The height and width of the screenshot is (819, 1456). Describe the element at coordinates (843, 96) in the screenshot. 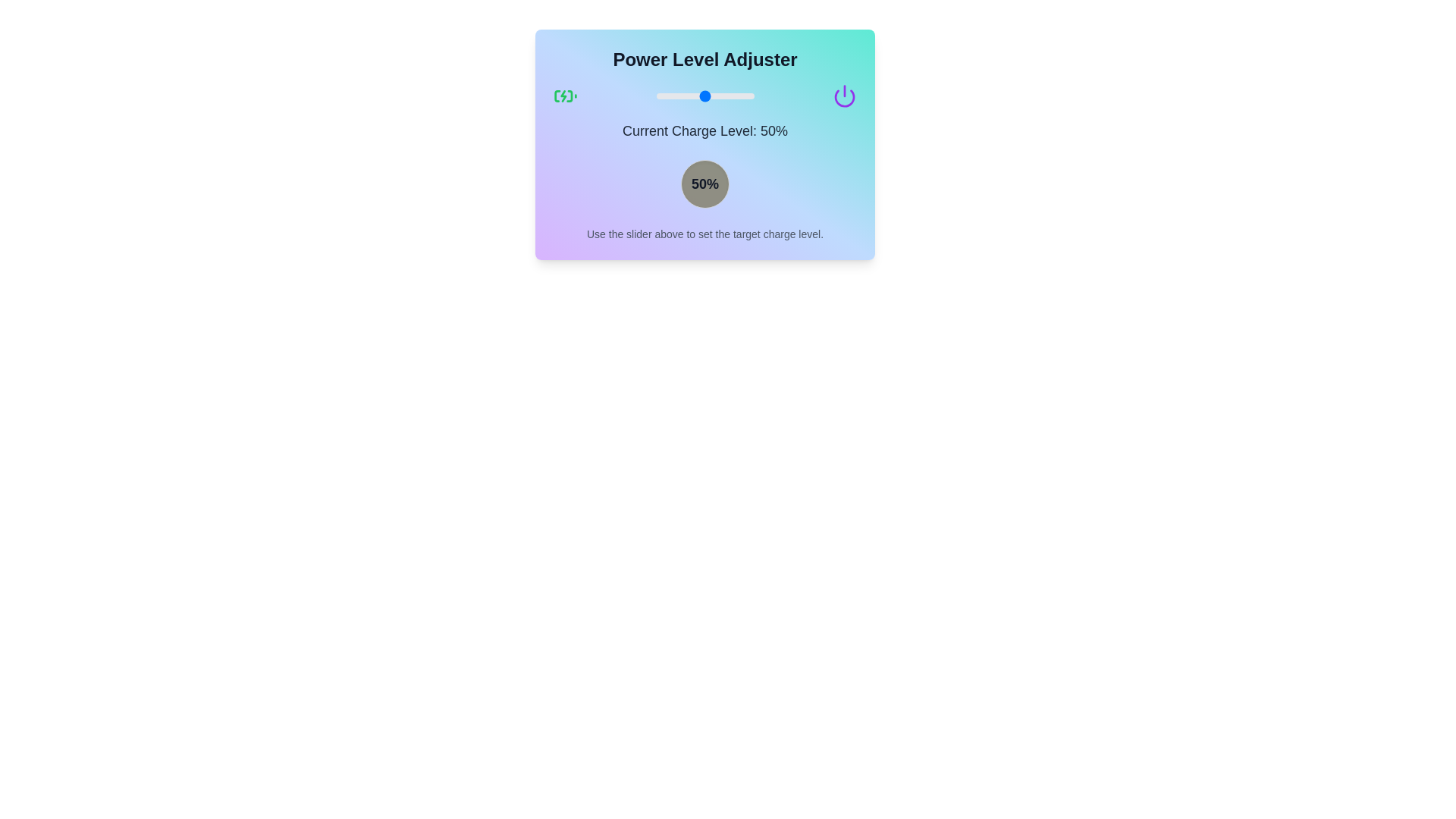

I see `the power icon located in the upper-right section of the 'Power Level Adjuster' component` at that location.